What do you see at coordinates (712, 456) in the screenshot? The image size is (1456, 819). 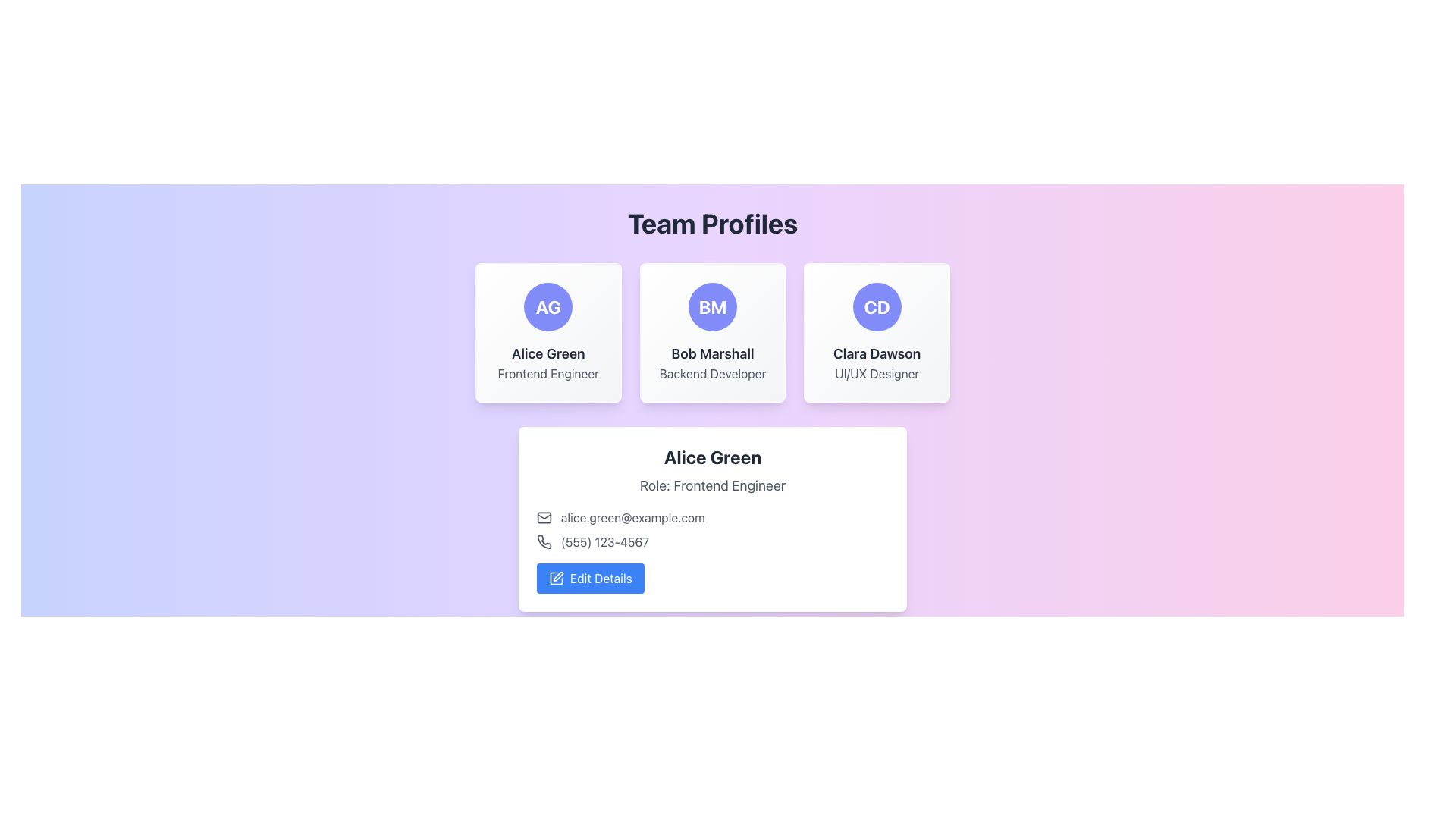 I see `the static text label displaying the name 'Alice Green' at the top of the team profile card` at bounding box center [712, 456].